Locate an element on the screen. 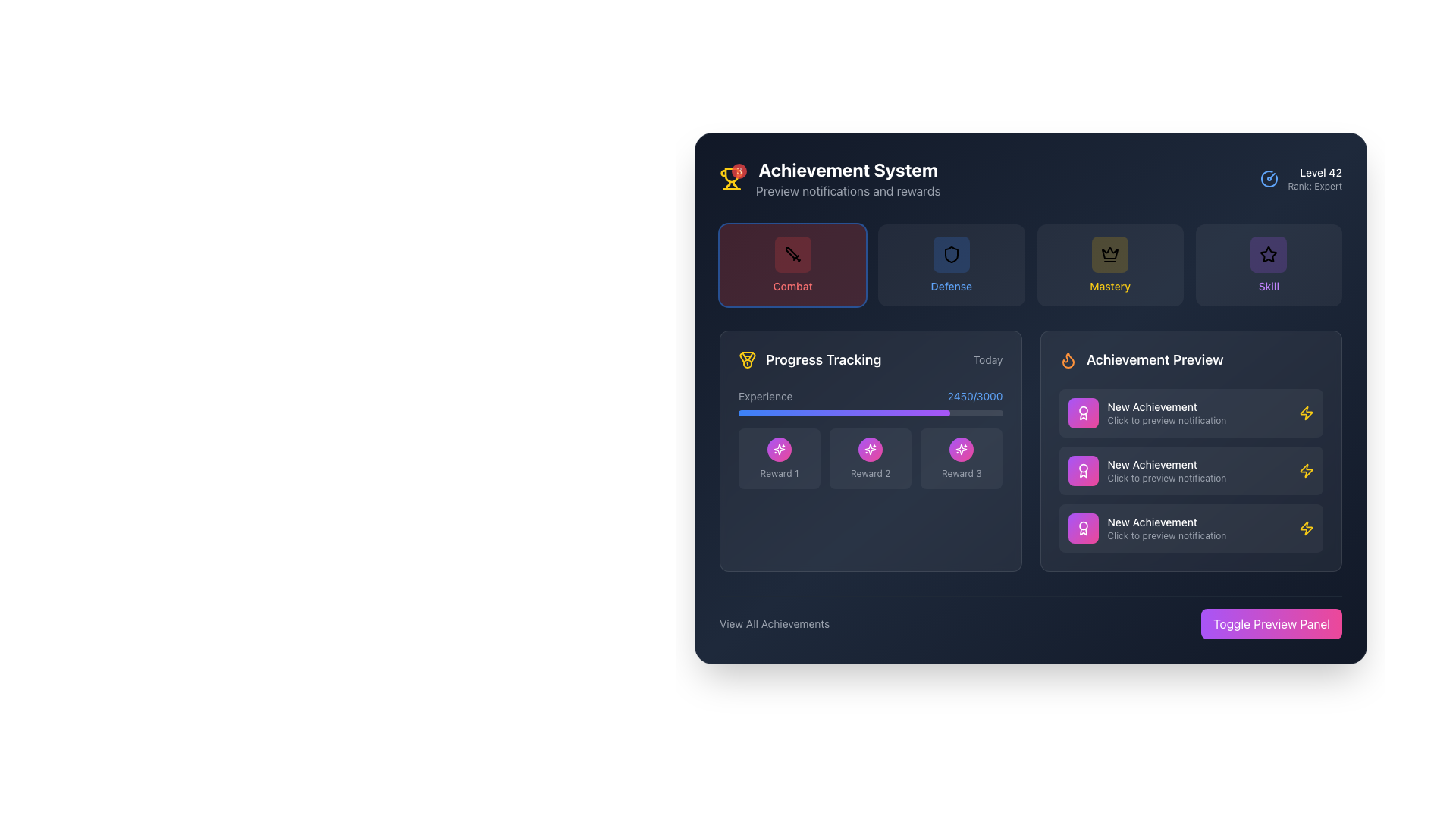 The height and width of the screenshot is (819, 1456). text from the 'Progress Tracking' label, which is styled in bold white font and accompanied by a medal-shaped icon on its left, located below the 'Combat' and 'Defense' buttons is located at coordinates (823, 359).